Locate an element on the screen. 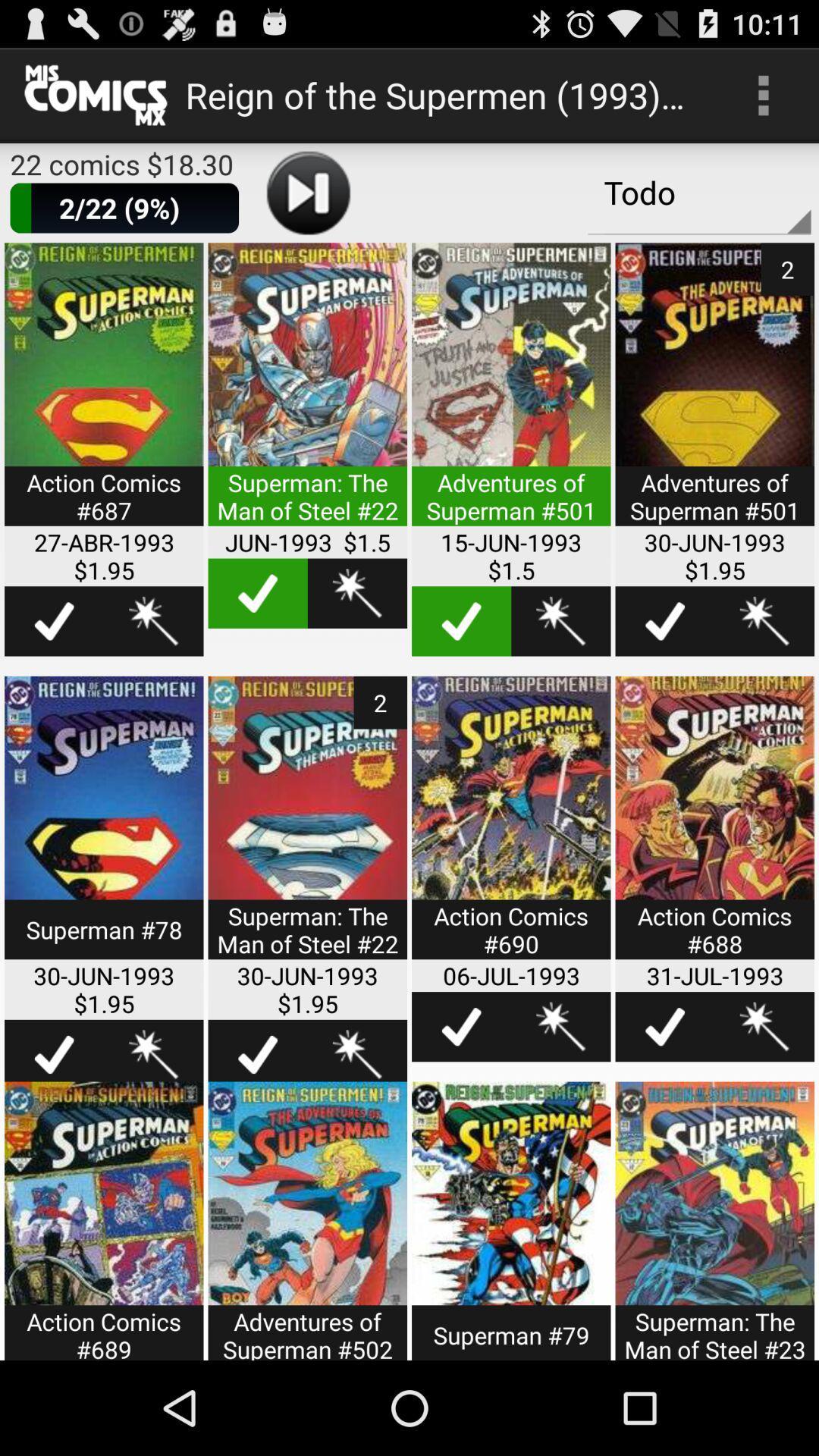 This screenshot has height=1456, width=819. select option is located at coordinates (257, 592).